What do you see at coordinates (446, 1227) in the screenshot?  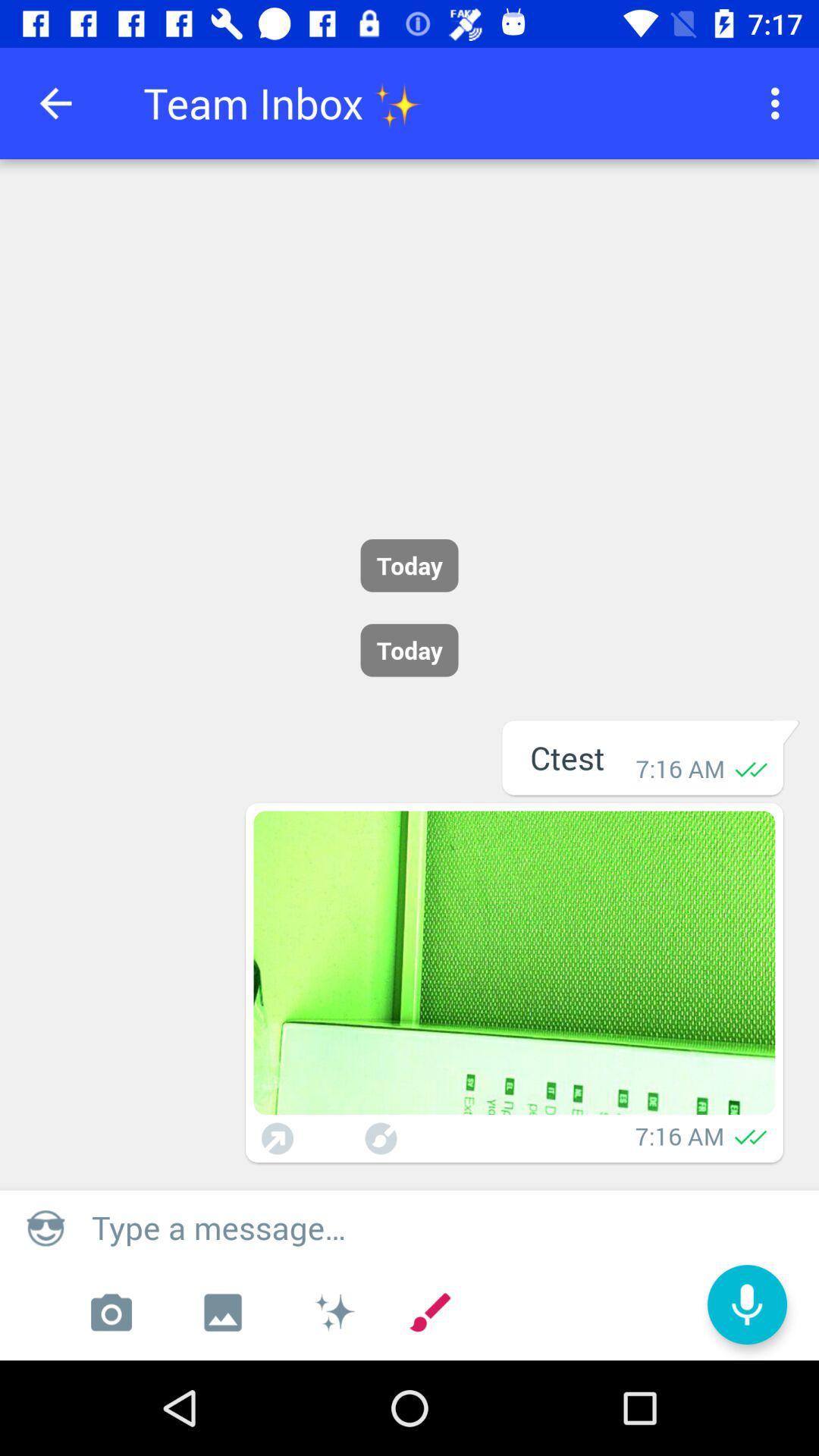 I see `insert message` at bounding box center [446, 1227].